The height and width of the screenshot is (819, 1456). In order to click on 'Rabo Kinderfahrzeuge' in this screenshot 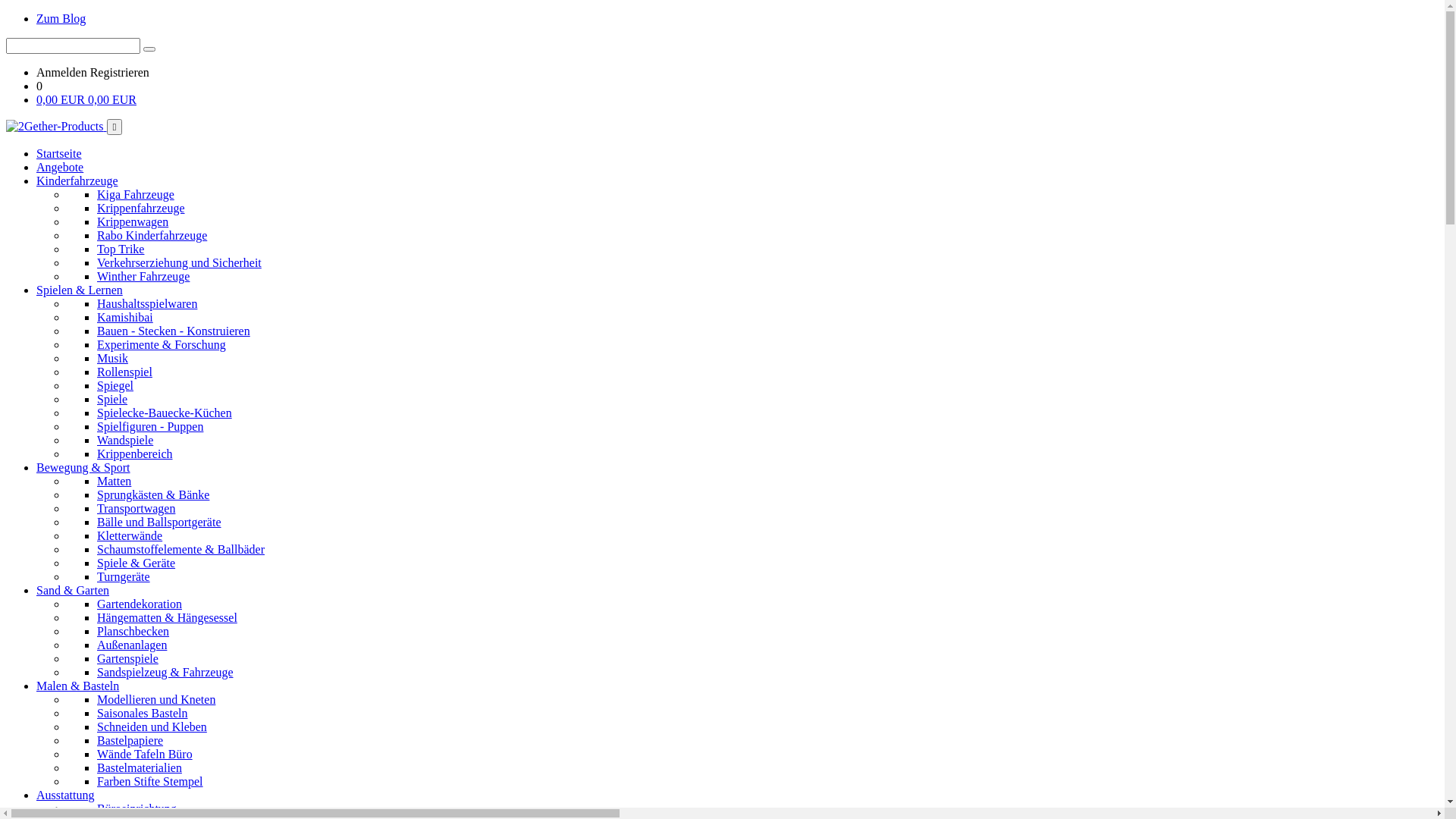, I will do `click(152, 235)`.